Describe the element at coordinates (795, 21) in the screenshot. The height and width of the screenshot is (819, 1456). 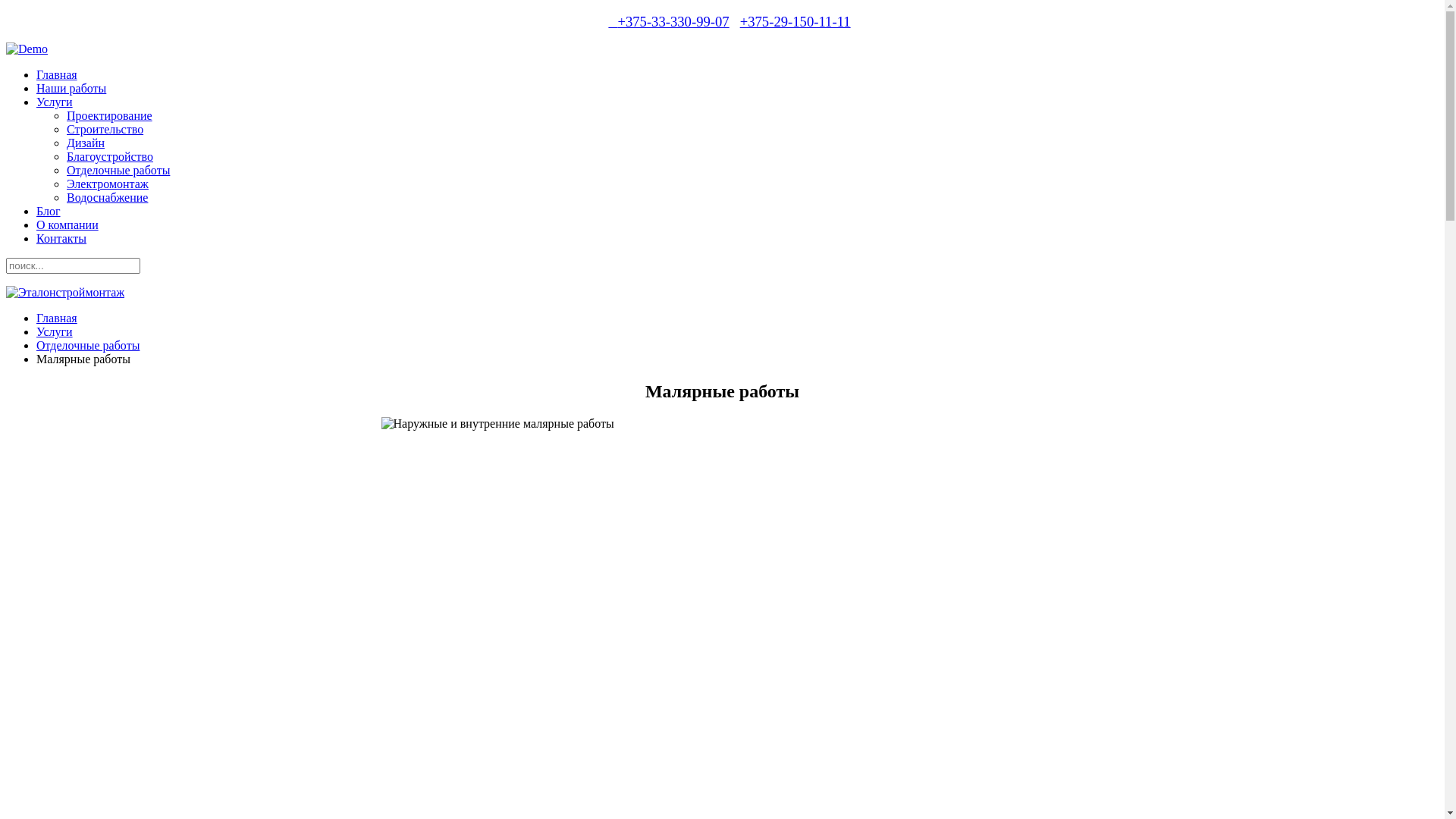
I see `'+375-29-150-11-11'` at that location.